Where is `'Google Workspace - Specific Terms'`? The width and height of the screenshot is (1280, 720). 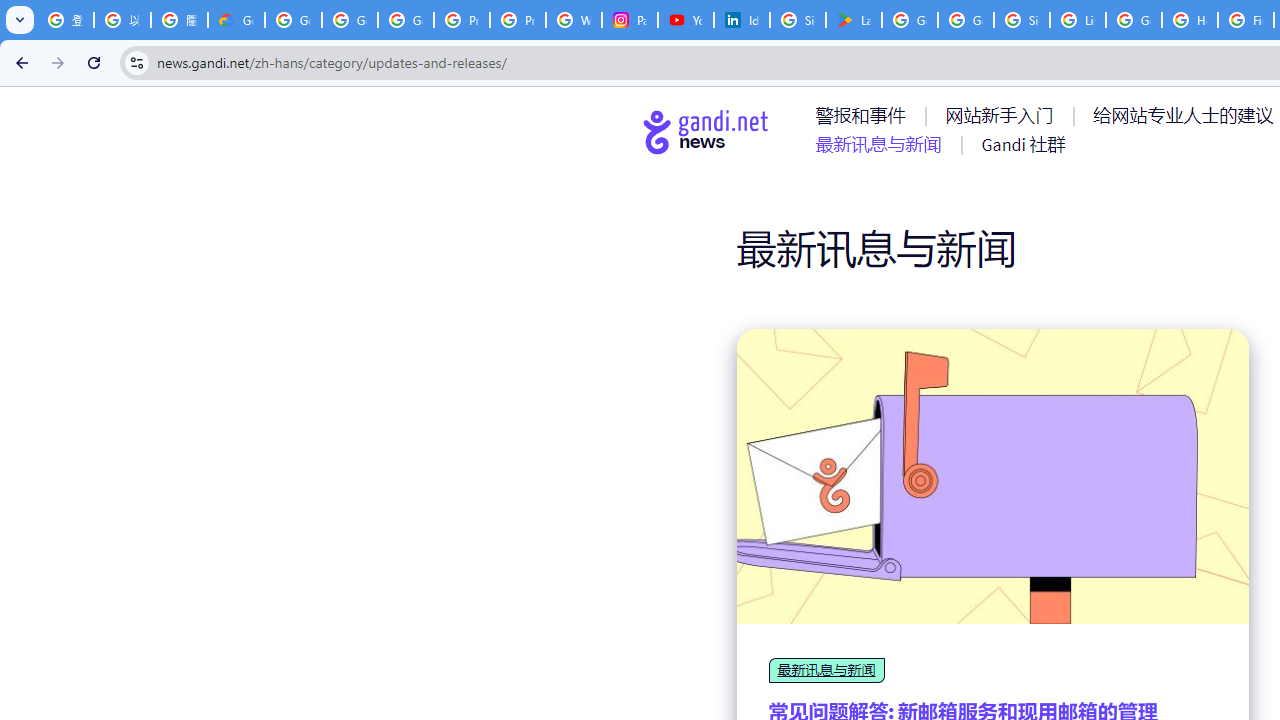 'Google Workspace - Specific Terms' is located at coordinates (966, 20).